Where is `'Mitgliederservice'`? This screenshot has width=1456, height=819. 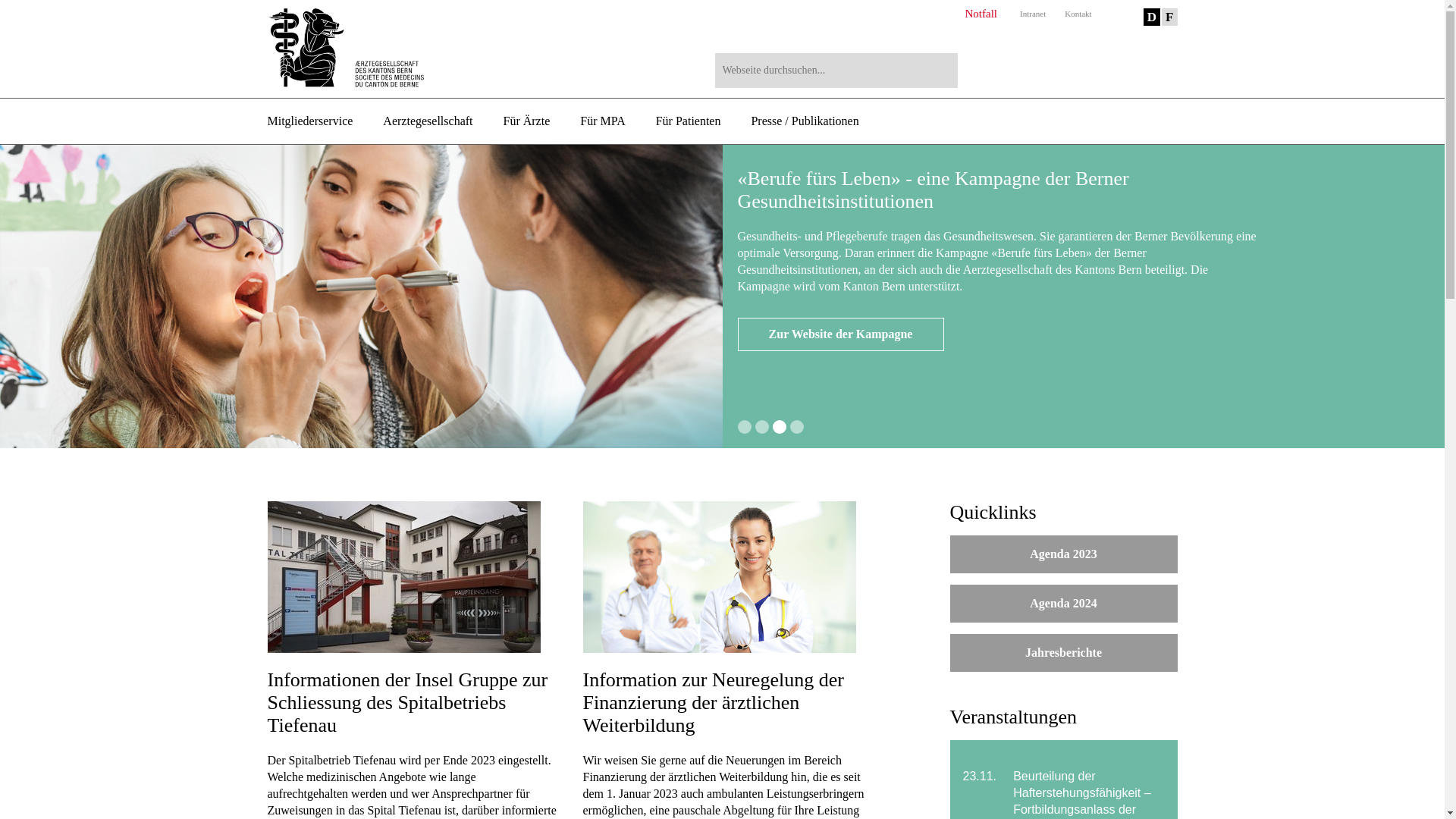
'Mitgliederservice' is located at coordinates (266, 120).